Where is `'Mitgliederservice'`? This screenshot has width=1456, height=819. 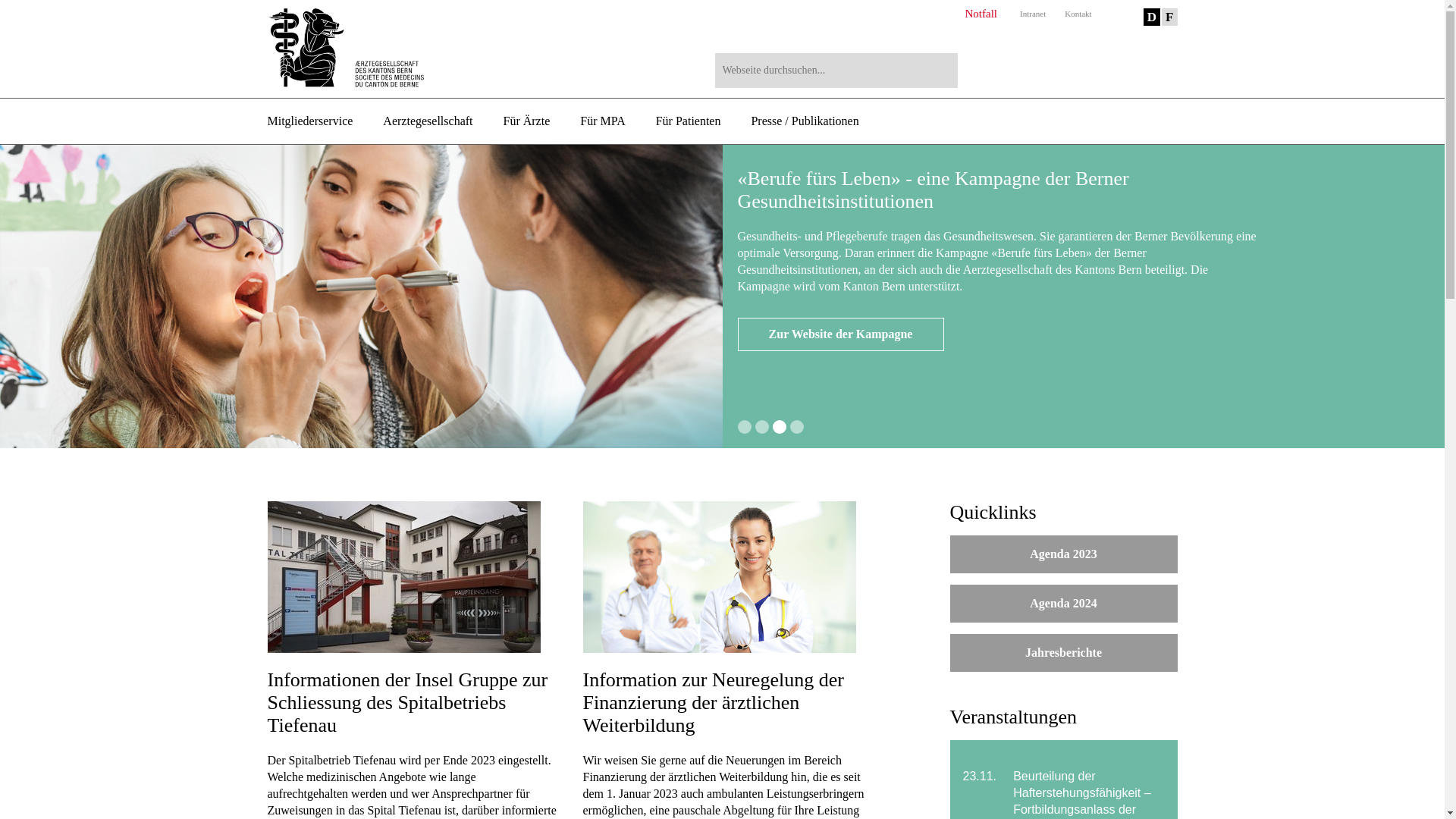
'Mitgliederservice' is located at coordinates (266, 120).